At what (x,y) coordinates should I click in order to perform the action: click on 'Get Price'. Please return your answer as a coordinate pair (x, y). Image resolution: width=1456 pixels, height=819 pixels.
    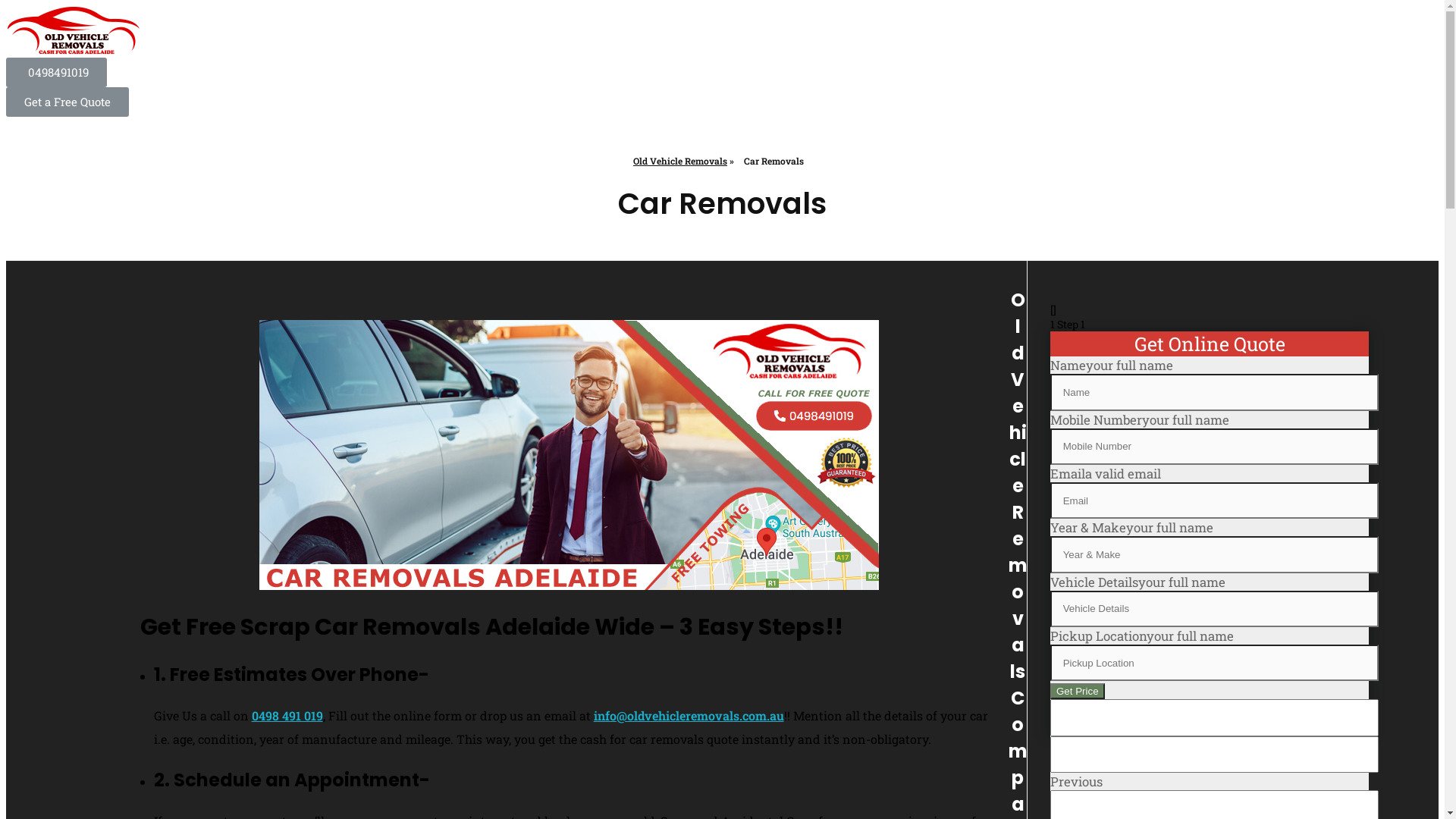
    Looking at the image, I should click on (1076, 691).